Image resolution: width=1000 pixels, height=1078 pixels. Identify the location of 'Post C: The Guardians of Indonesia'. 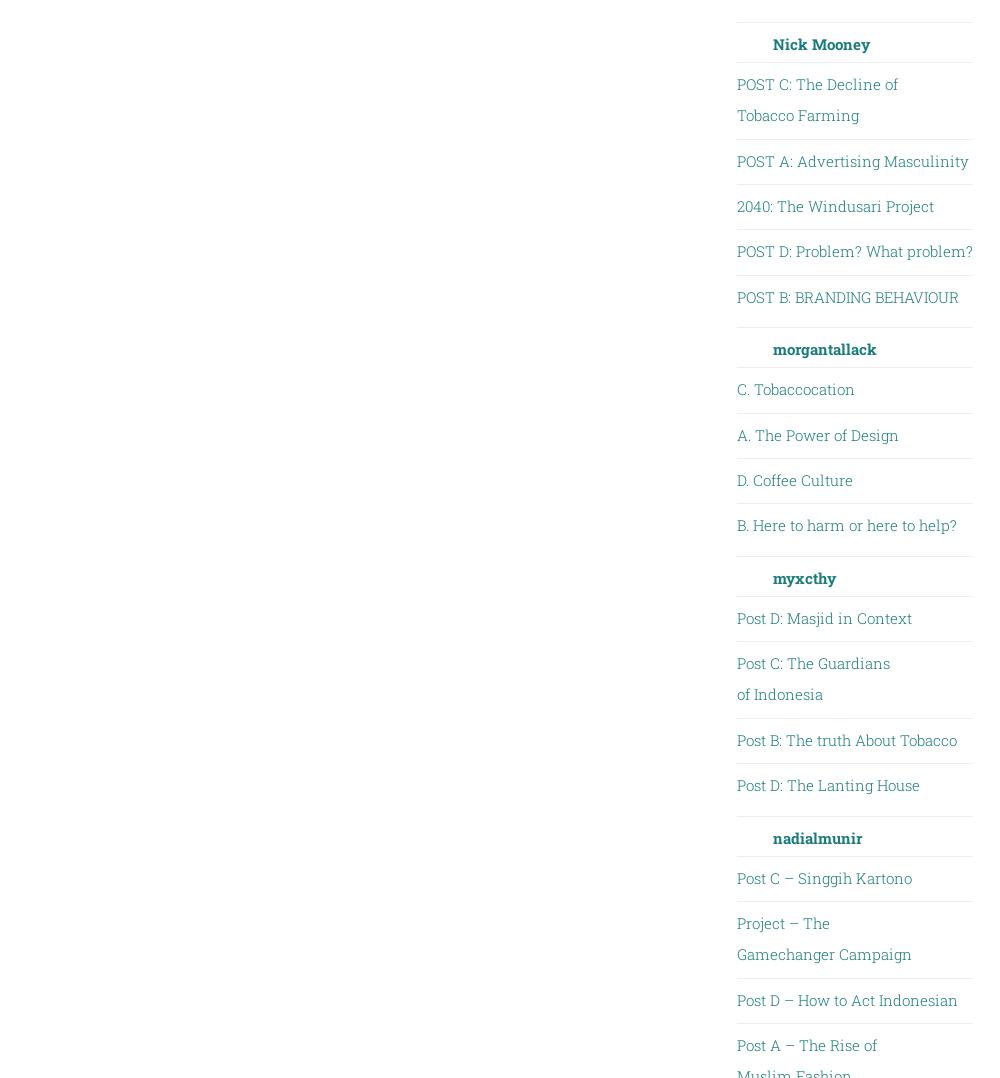
(812, 678).